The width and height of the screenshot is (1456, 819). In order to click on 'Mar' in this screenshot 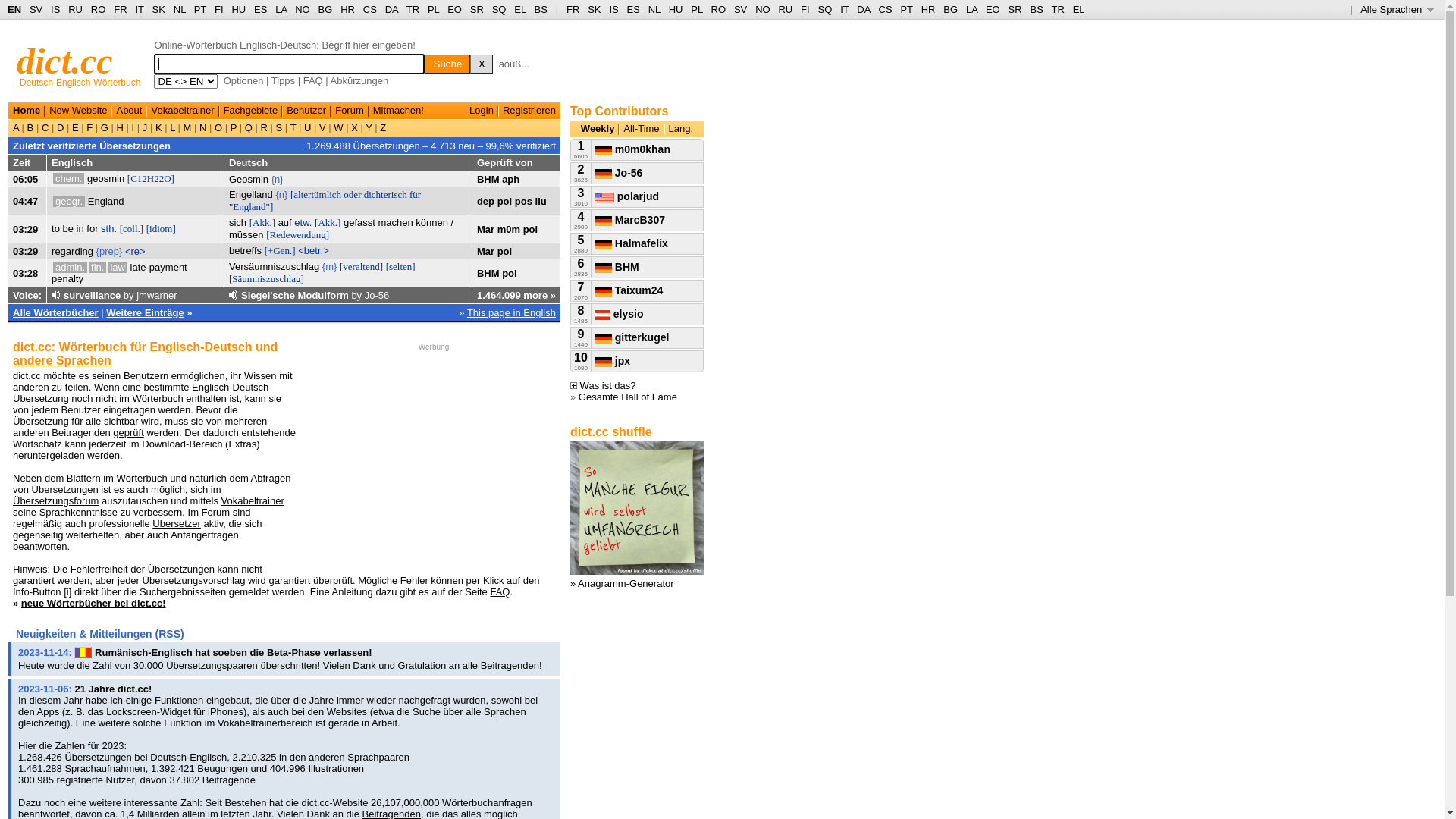, I will do `click(485, 228)`.